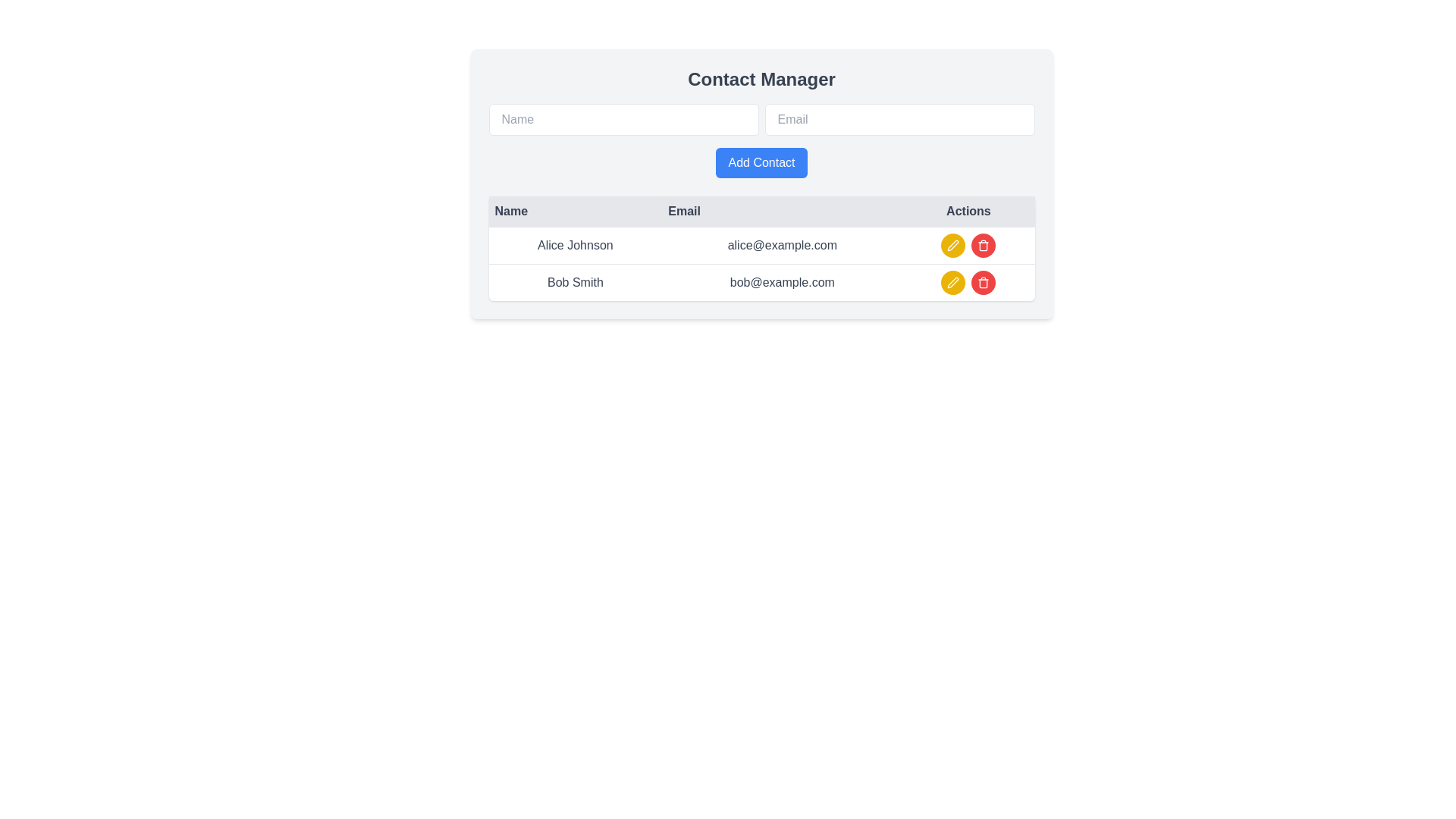 The height and width of the screenshot is (819, 1456). What do you see at coordinates (761, 163) in the screenshot?
I see `the 'Add Contact' button located beneath the 'Name' and 'Email' input fields to observe the background color change` at bounding box center [761, 163].